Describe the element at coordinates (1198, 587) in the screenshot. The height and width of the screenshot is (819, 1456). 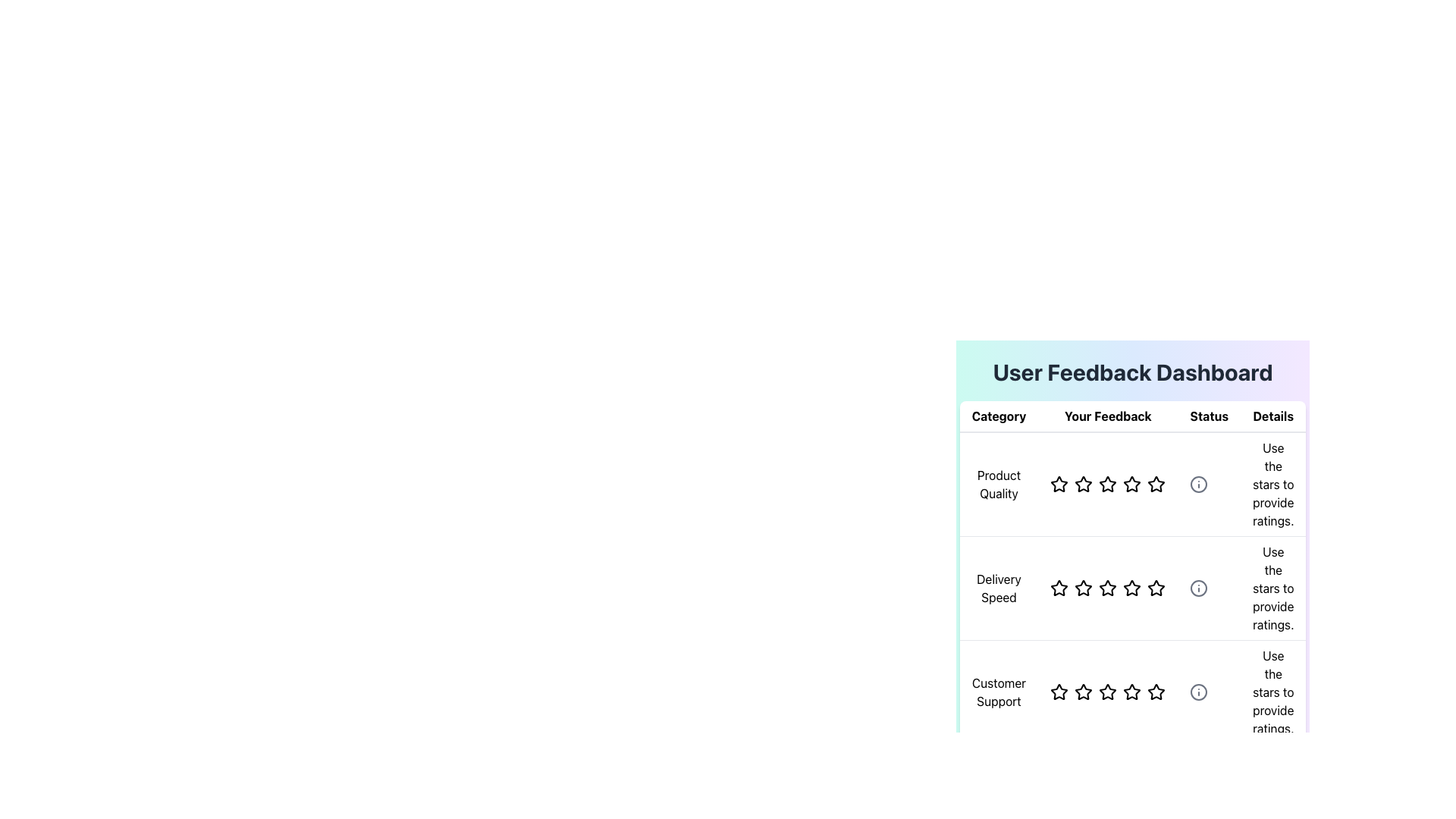
I see `the outer circular part of the 'info' icon located in the 'Details' column of the second row under 'Delivery Speed' in the User Feedback Dashboard` at that location.